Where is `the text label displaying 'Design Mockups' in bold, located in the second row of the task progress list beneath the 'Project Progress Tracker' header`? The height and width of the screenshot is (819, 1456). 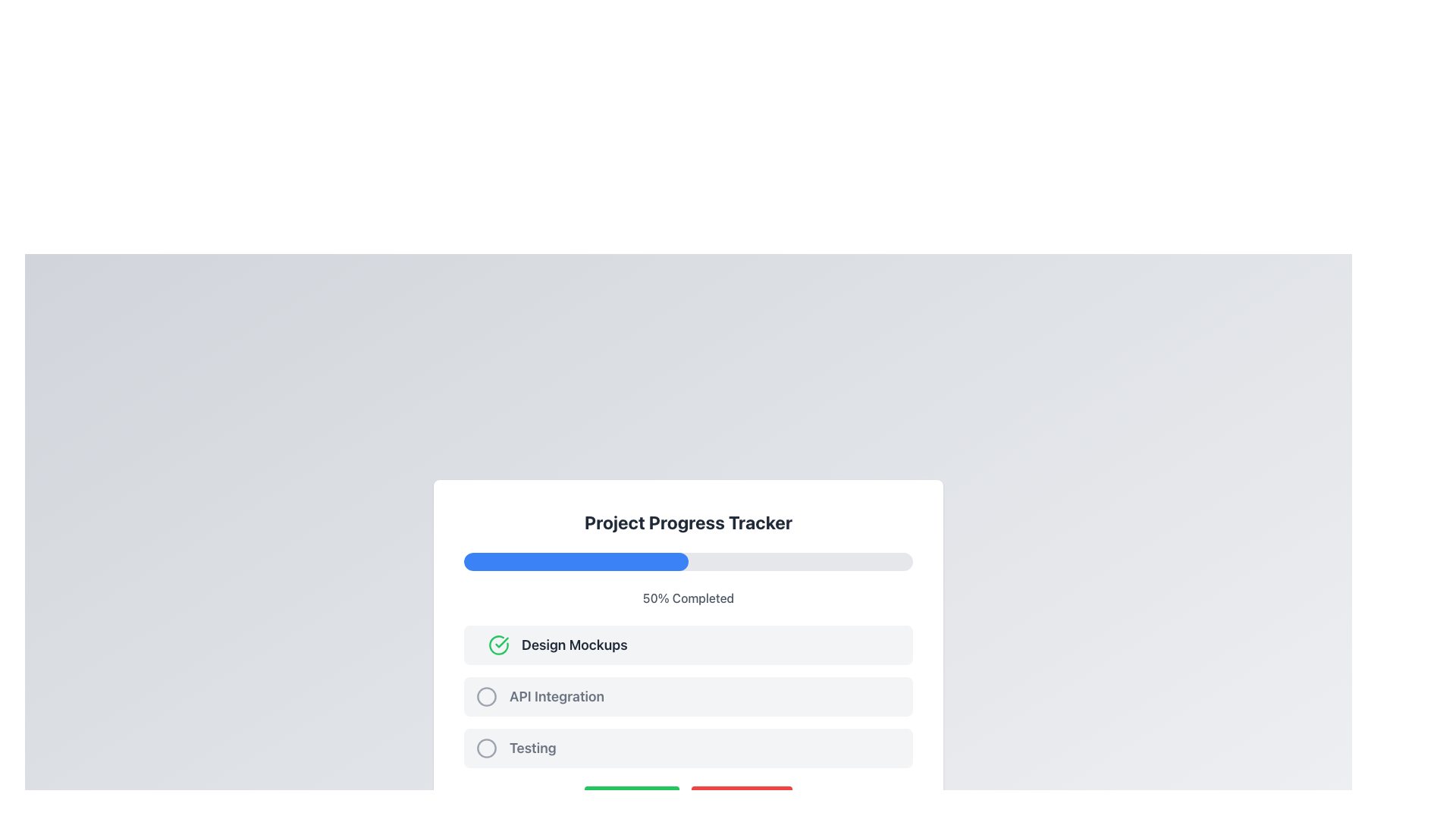 the text label displaying 'Design Mockups' in bold, located in the second row of the task progress list beneath the 'Project Progress Tracker' header is located at coordinates (573, 645).